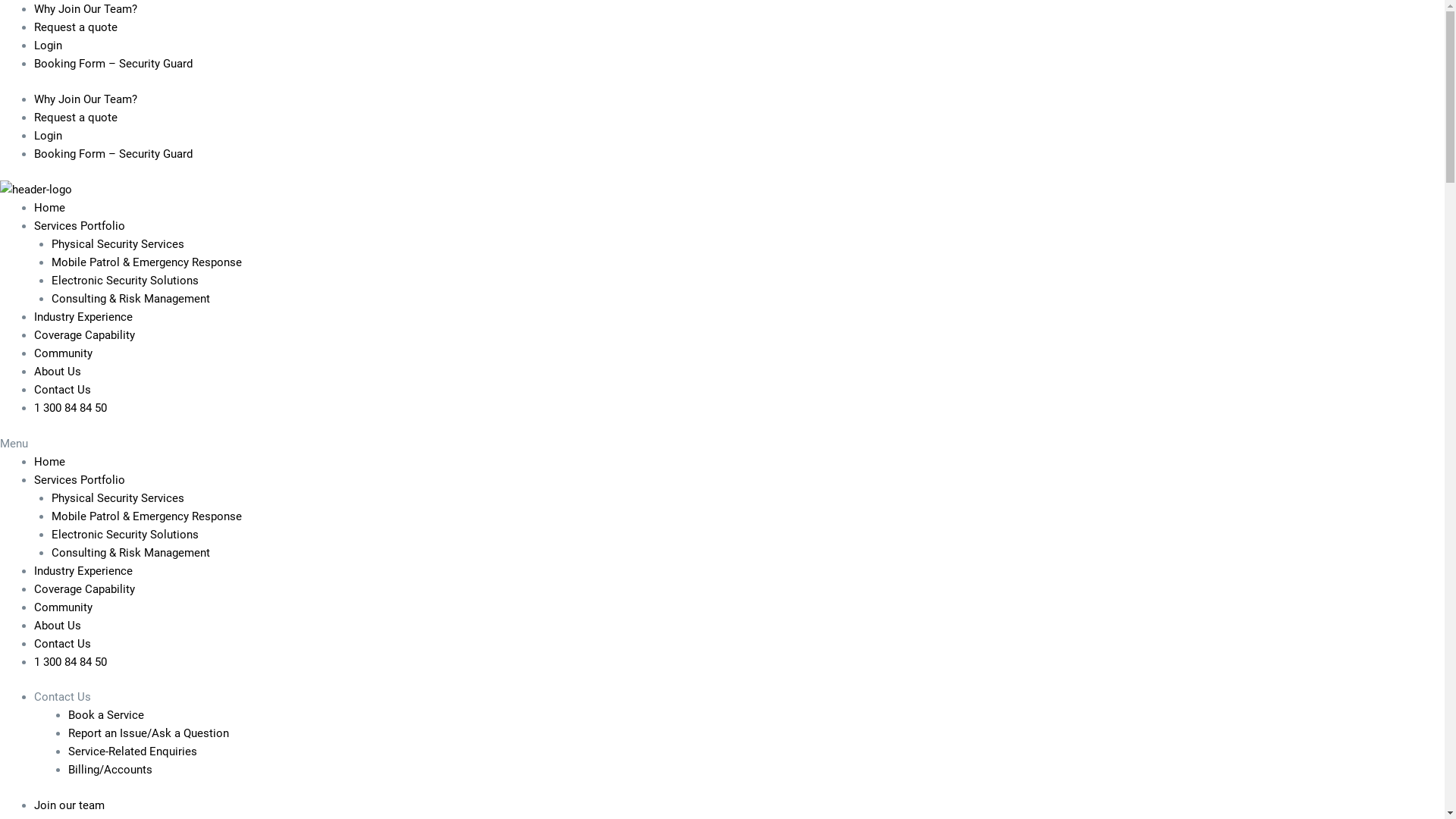 This screenshot has height=819, width=1456. I want to click on 'Login', so click(48, 45).